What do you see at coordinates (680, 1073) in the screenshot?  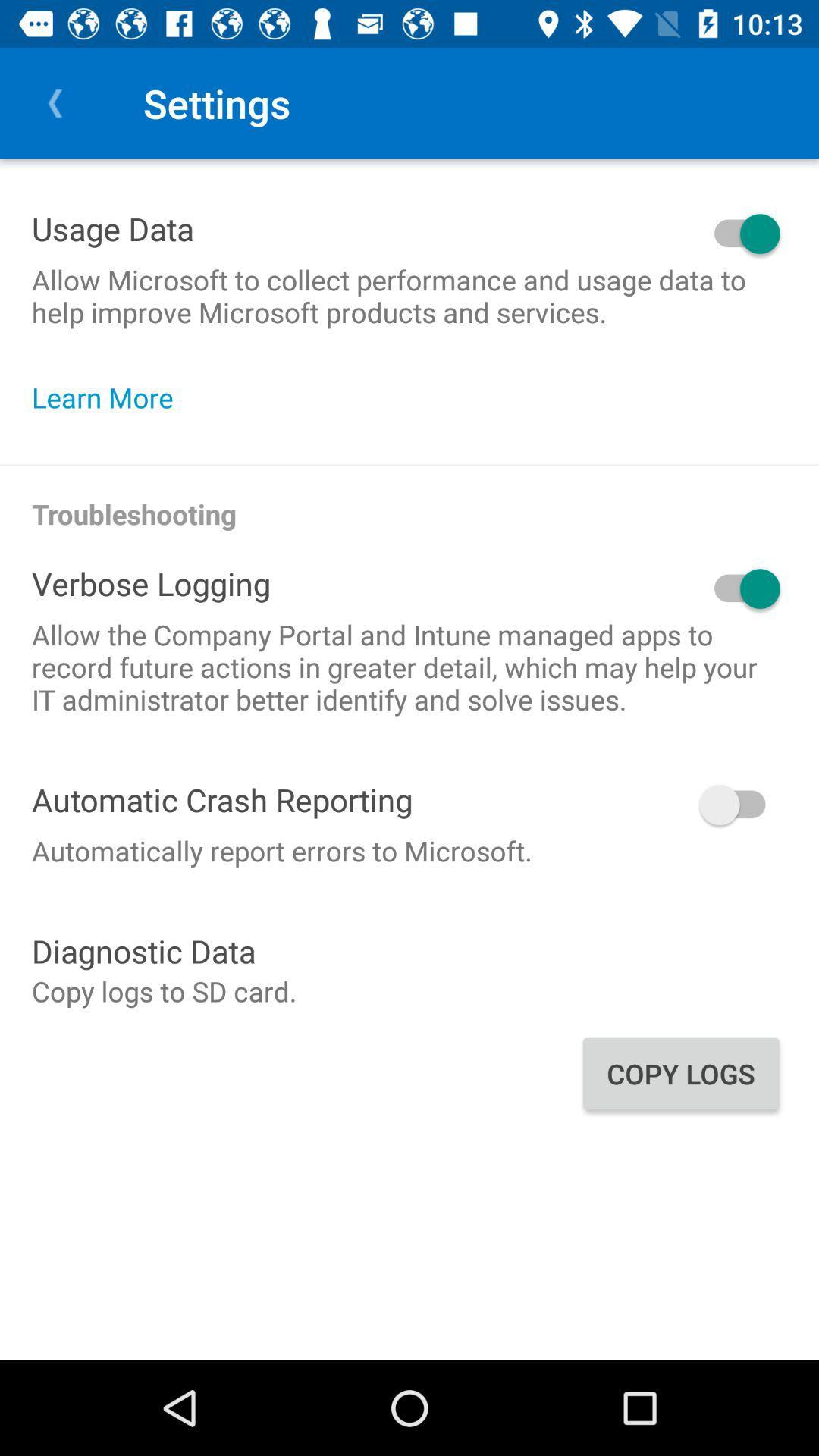 I see `the copy logs` at bounding box center [680, 1073].